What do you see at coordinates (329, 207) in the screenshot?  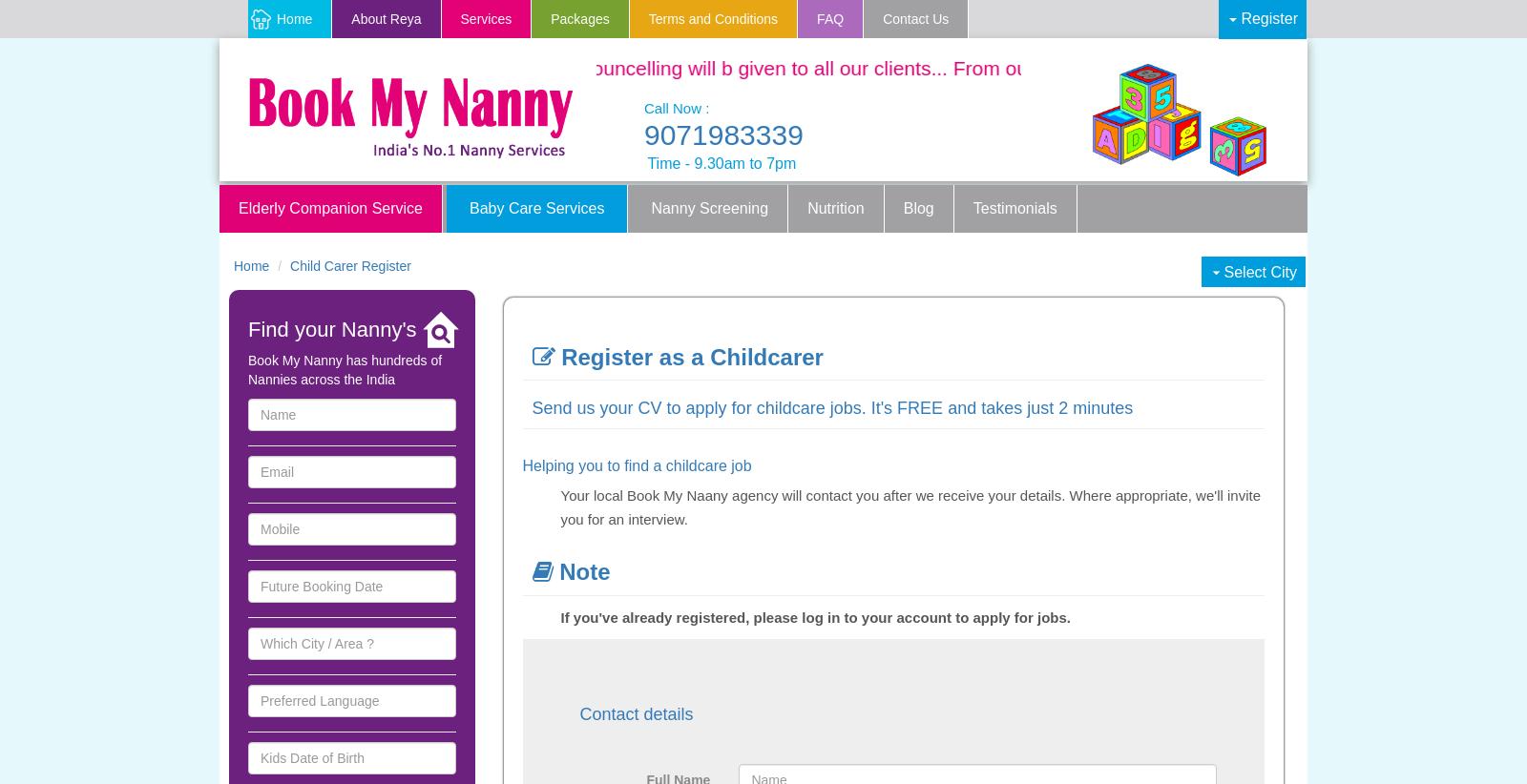 I see `'Elderly Companion Service'` at bounding box center [329, 207].